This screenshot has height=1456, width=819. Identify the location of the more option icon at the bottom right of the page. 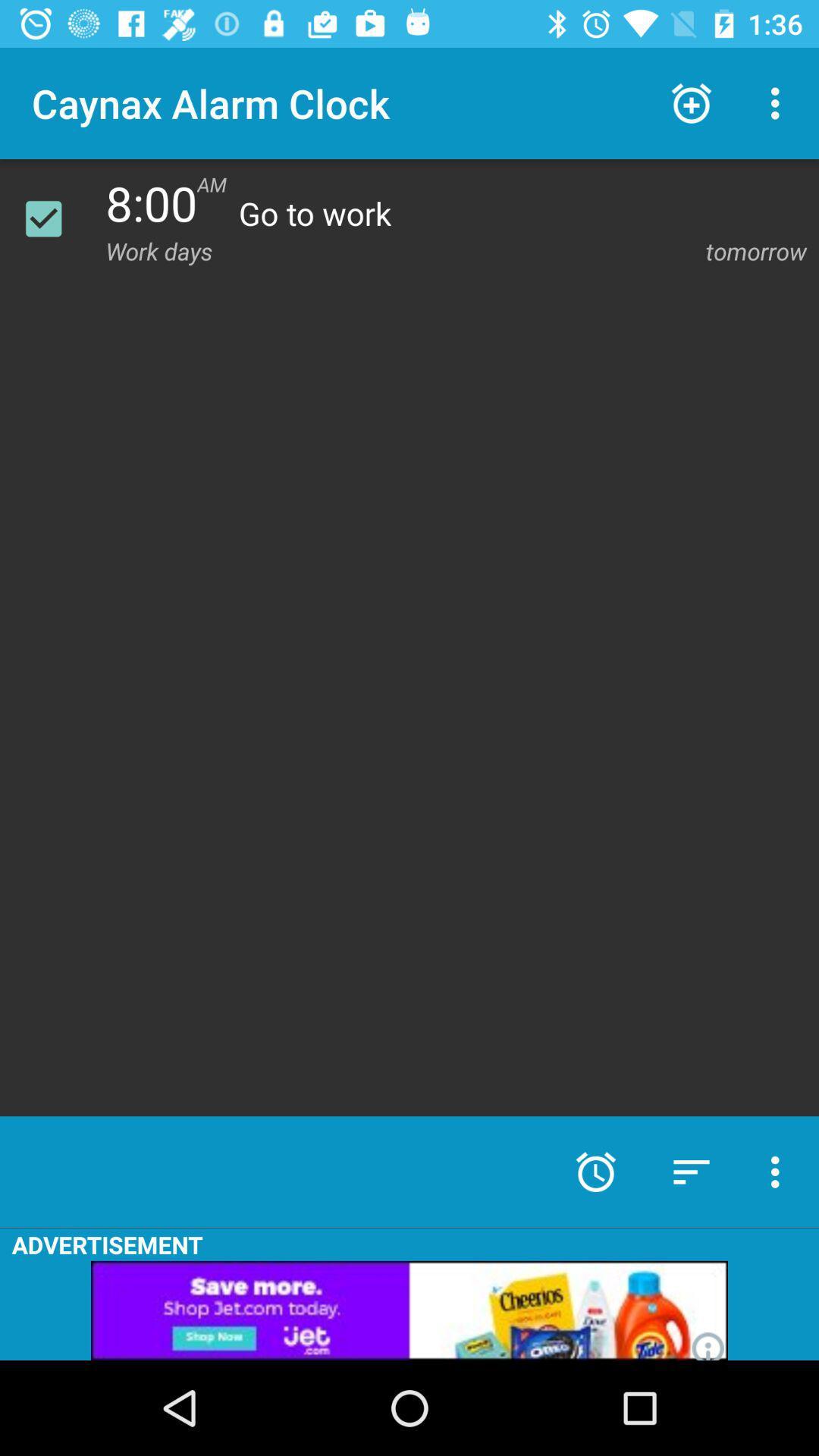
(779, 1171).